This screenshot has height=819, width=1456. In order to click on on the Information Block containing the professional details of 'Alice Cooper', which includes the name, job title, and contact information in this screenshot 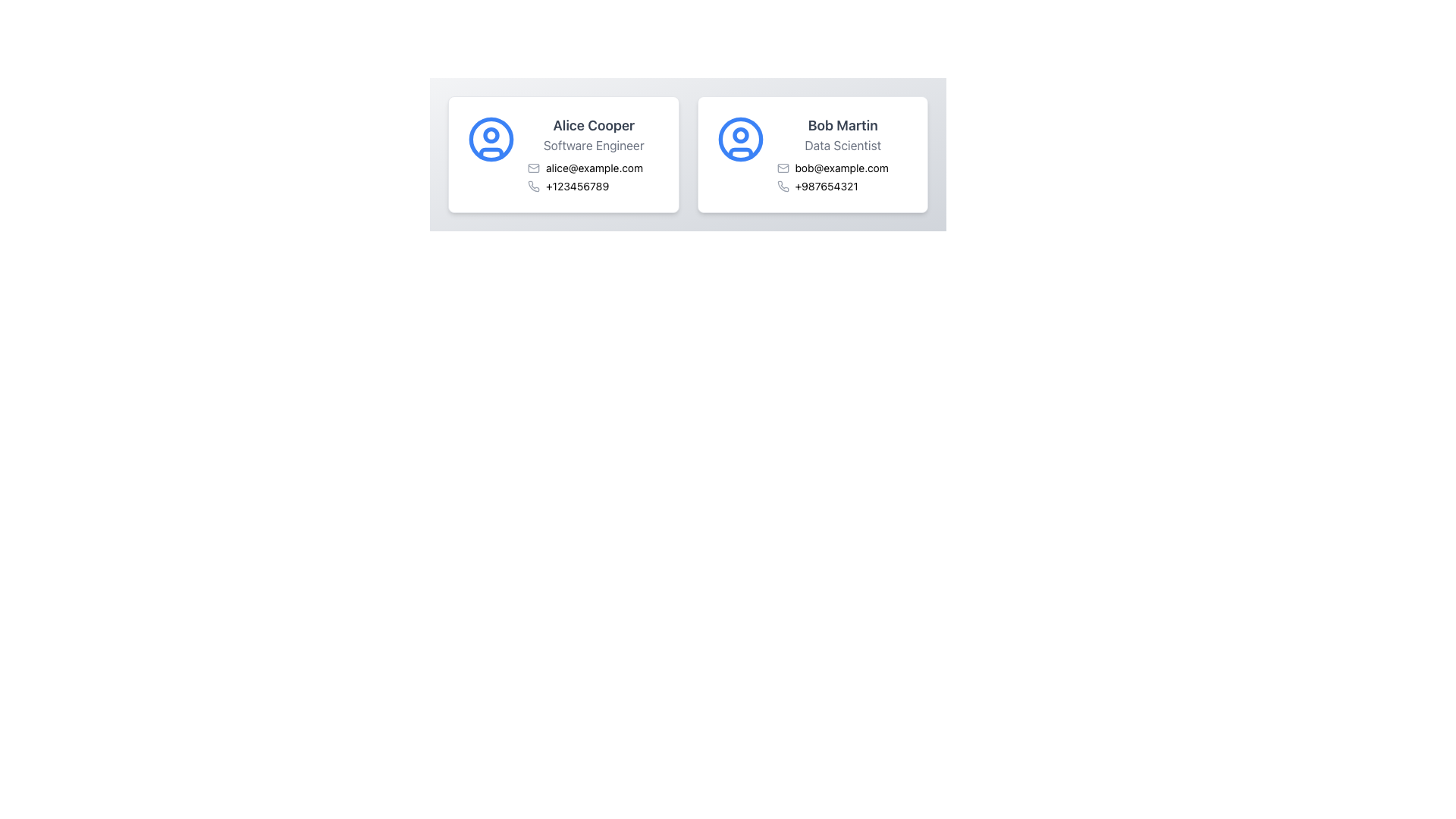, I will do `click(593, 155)`.